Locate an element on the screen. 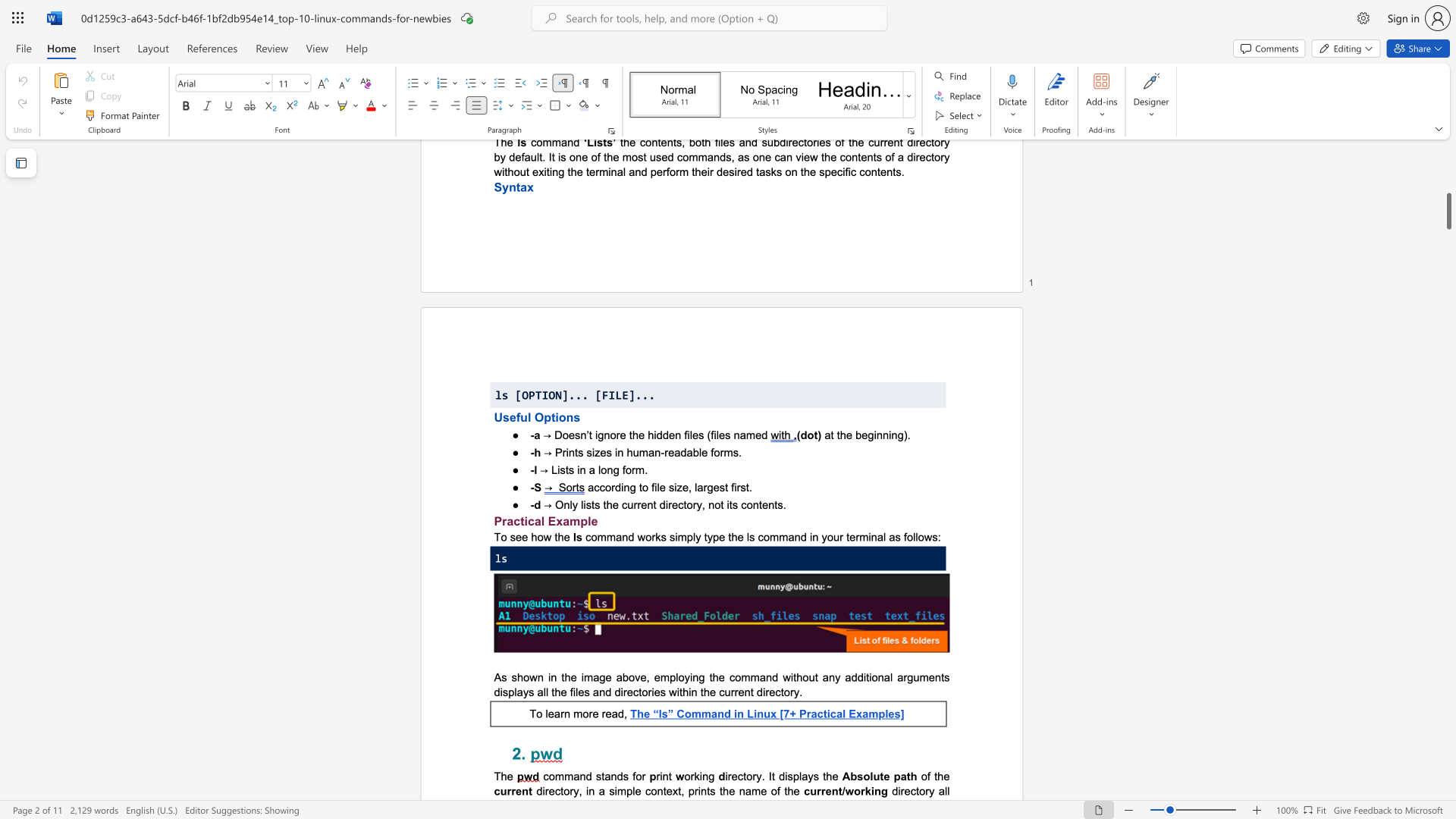 The image size is (1456, 819). the 1th character "i" in the text is located at coordinates (864, 676).